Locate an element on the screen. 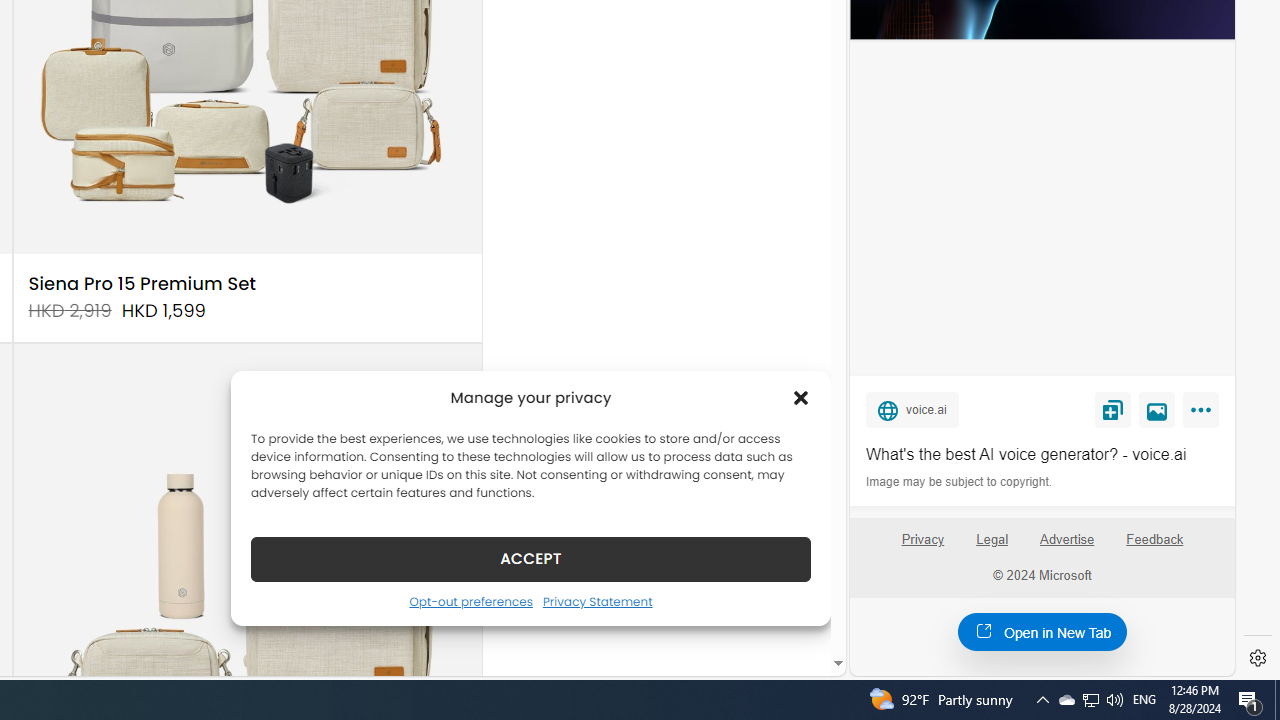 This screenshot has width=1280, height=720. 'Legal' is located at coordinates (992, 547).